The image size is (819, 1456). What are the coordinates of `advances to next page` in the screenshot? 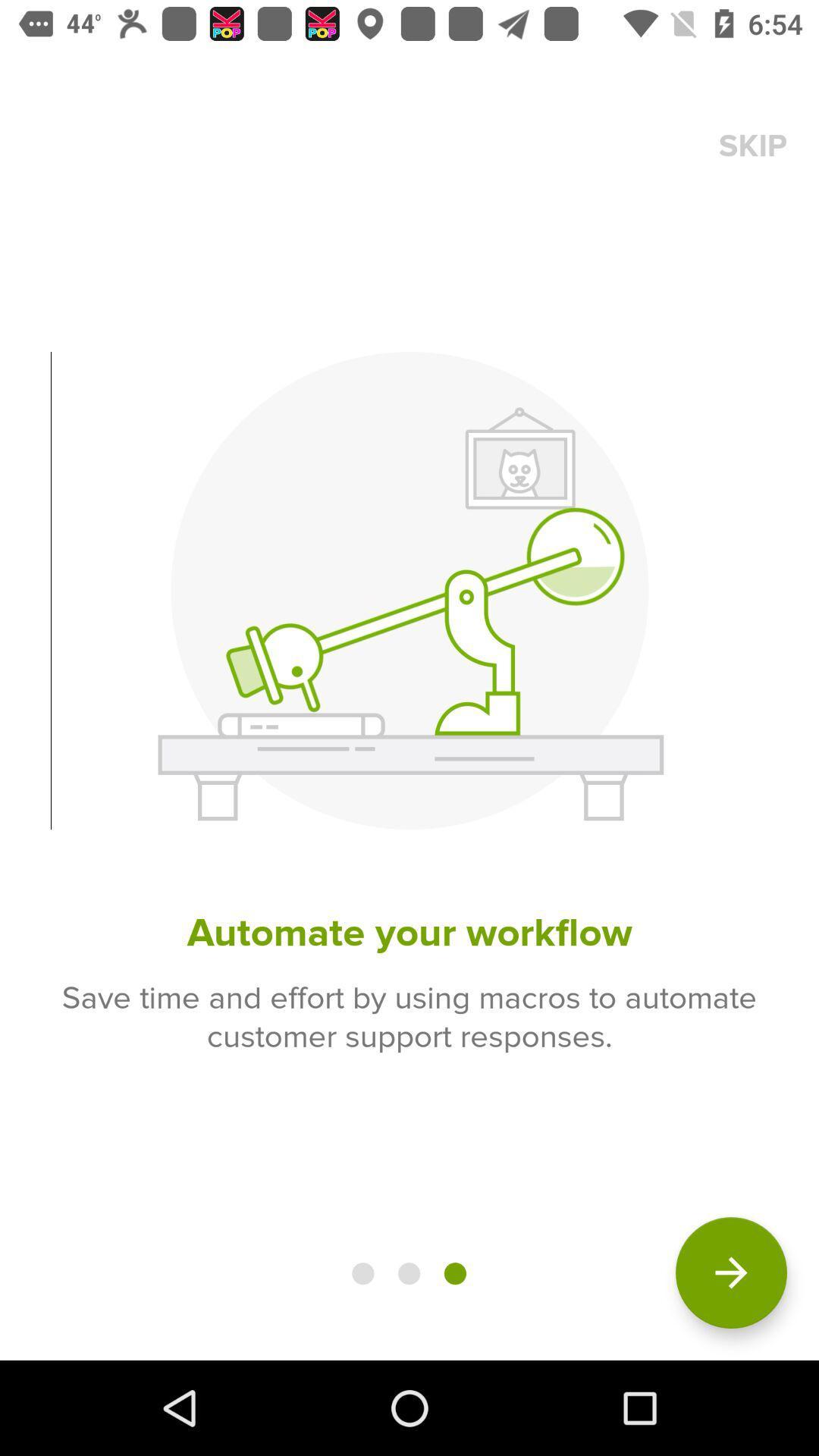 It's located at (730, 1272).